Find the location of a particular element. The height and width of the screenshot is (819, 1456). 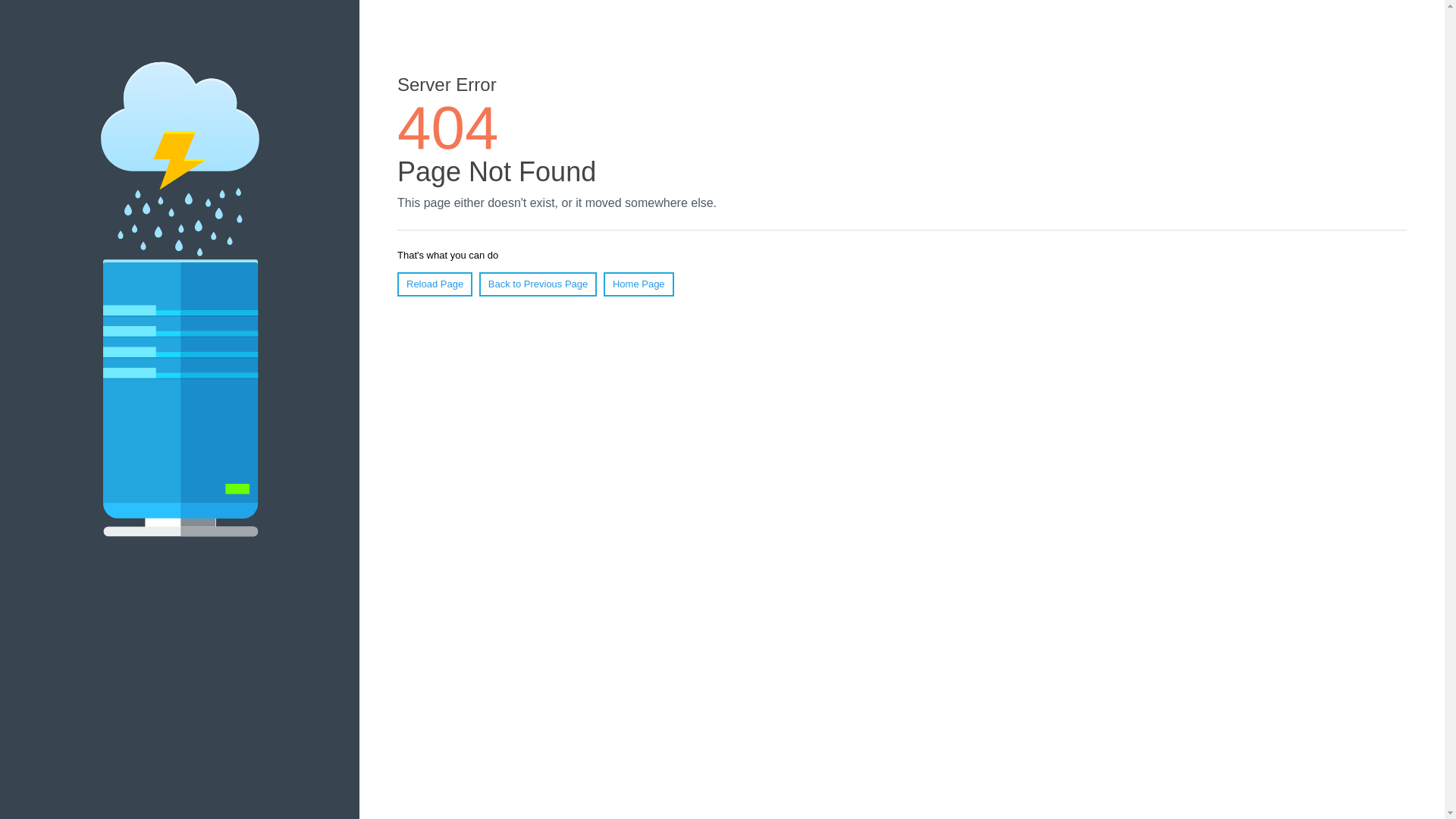

'Back to Previous Page' is located at coordinates (538, 284).